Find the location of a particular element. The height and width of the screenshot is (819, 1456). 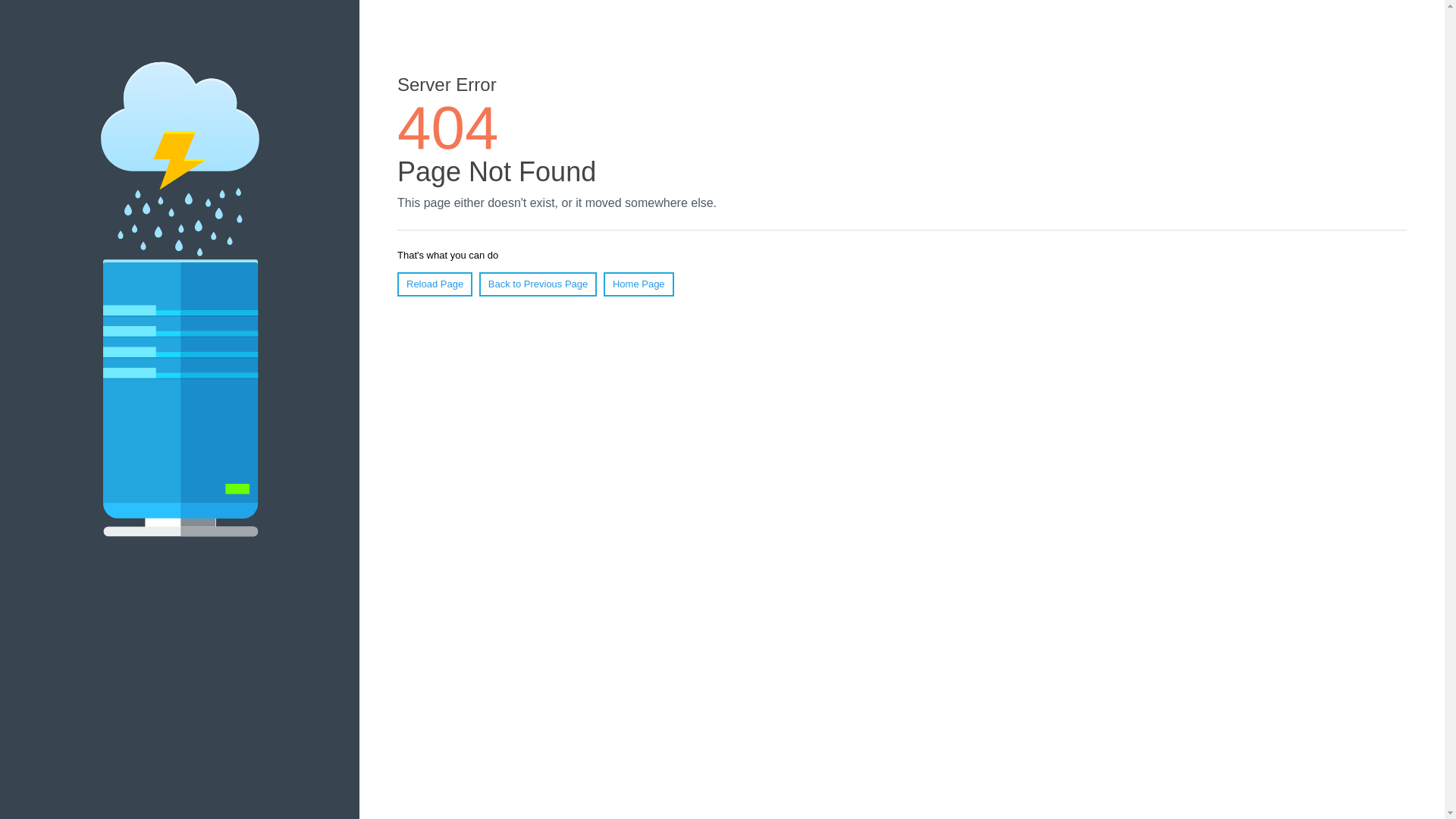

'Back to Previous Page' is located at coordinates (538, 284).